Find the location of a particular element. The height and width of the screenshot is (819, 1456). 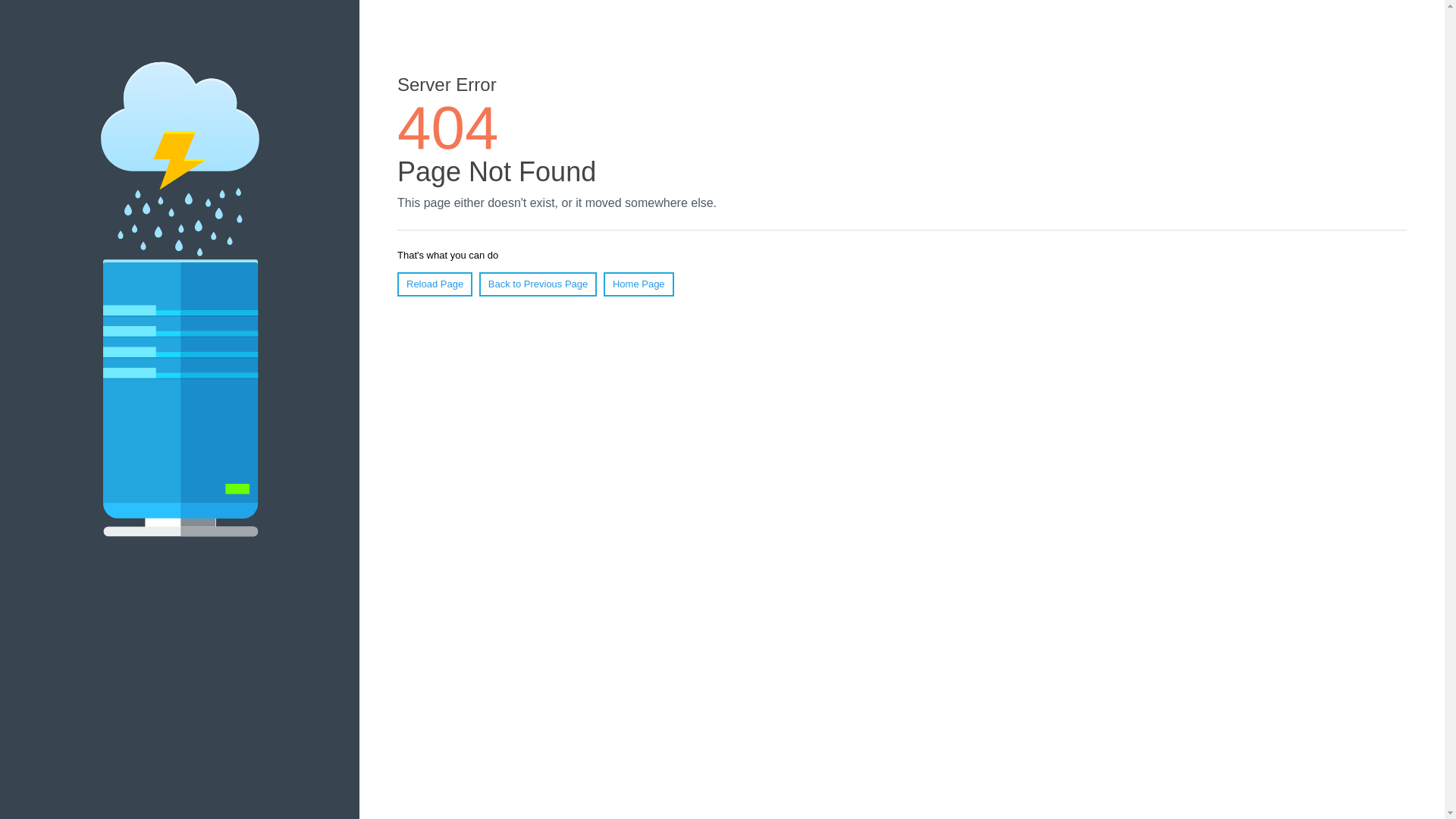

'Back to Previous Page' is located at coordinates (538, 284).